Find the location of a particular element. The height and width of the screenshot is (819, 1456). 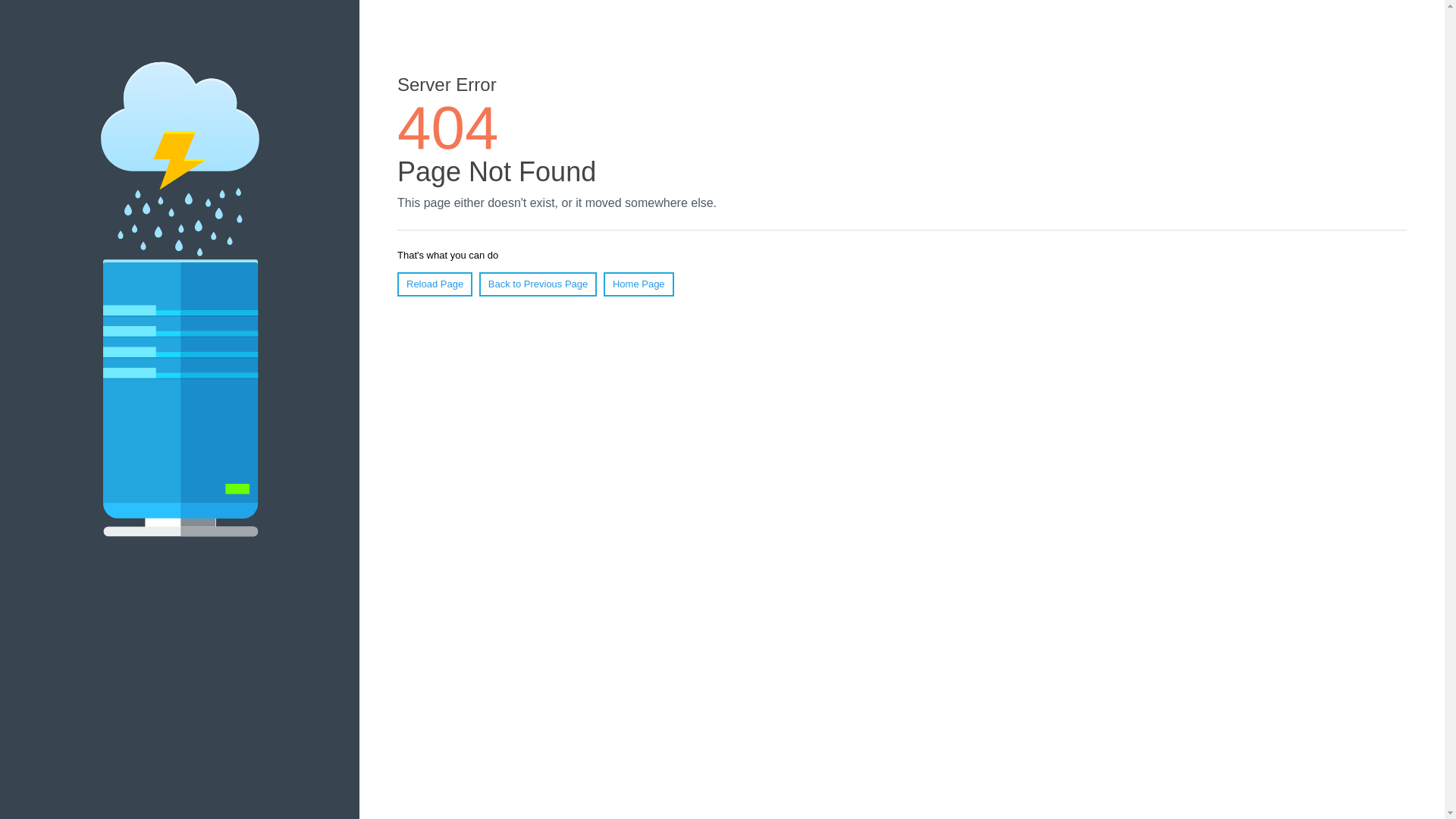

'Back to Previous Page' is located at coordinates (538, 284).